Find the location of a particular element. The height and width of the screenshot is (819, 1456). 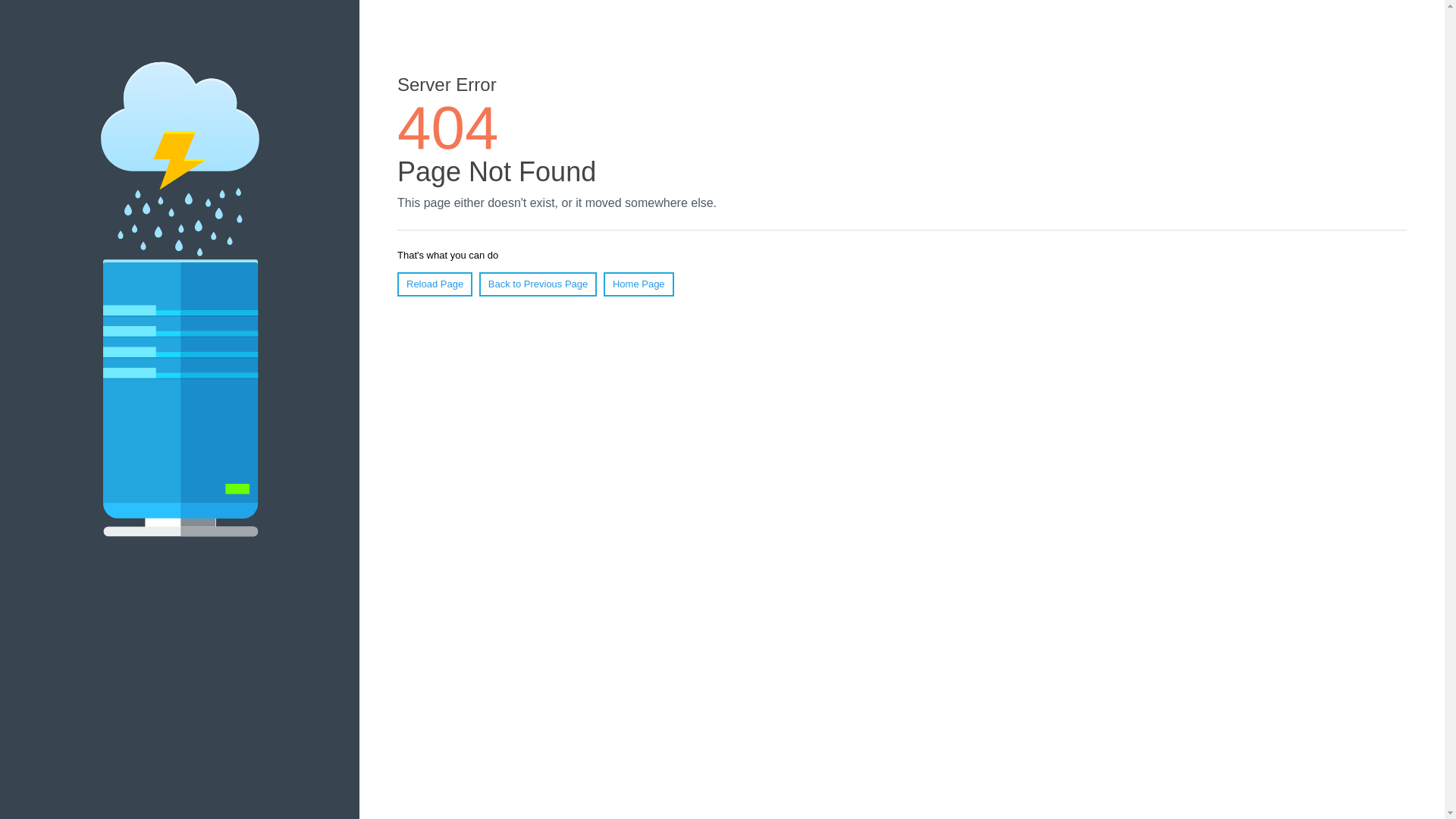

'Back to Previous Page' is located at coordinates (538, 284).